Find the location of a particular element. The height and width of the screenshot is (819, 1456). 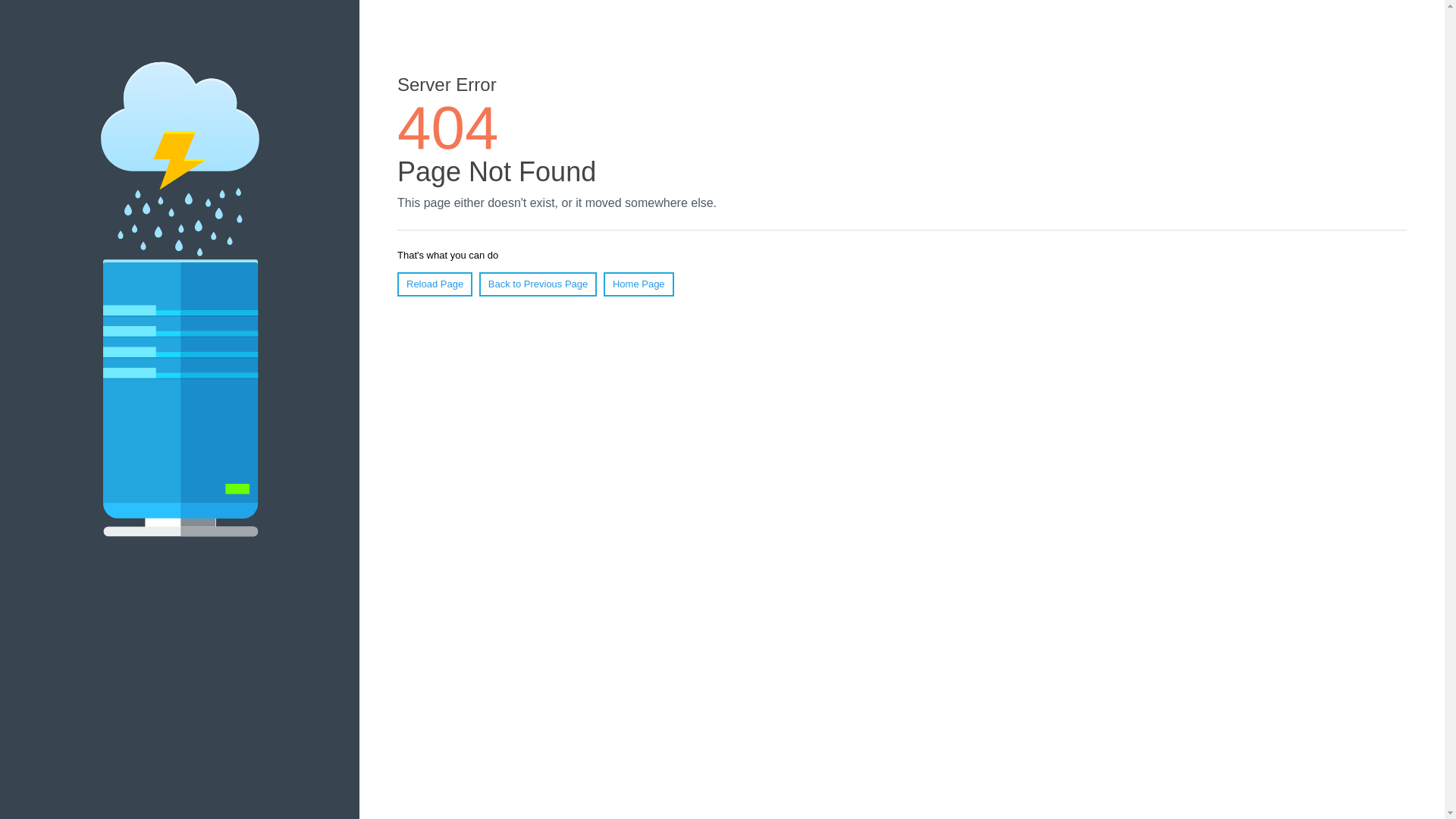

'Back to Previous Page' is located at coordinates (538, 284).